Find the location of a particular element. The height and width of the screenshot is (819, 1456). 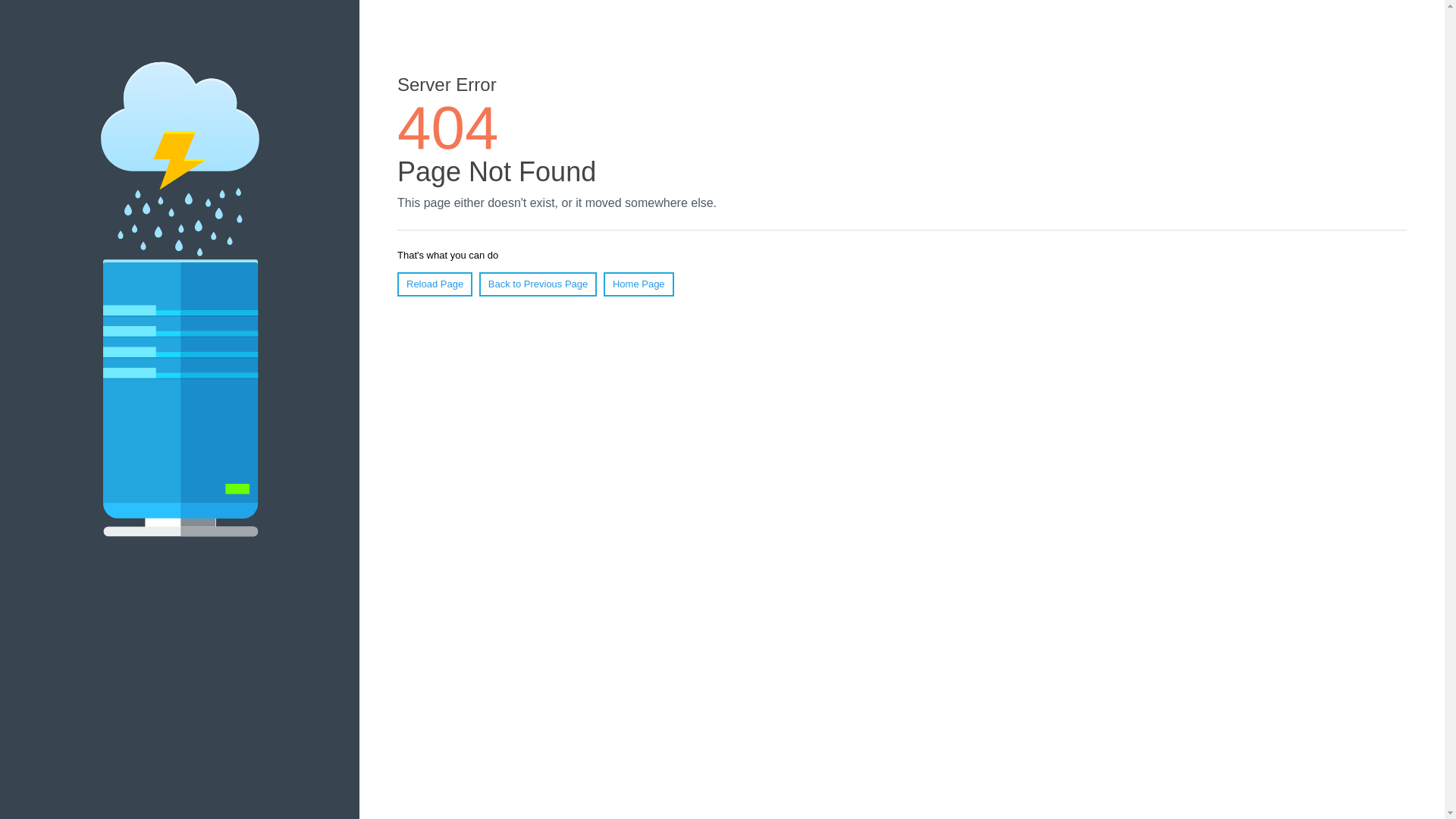

'Back to Previous Page' is located at coordinates (538, 284).